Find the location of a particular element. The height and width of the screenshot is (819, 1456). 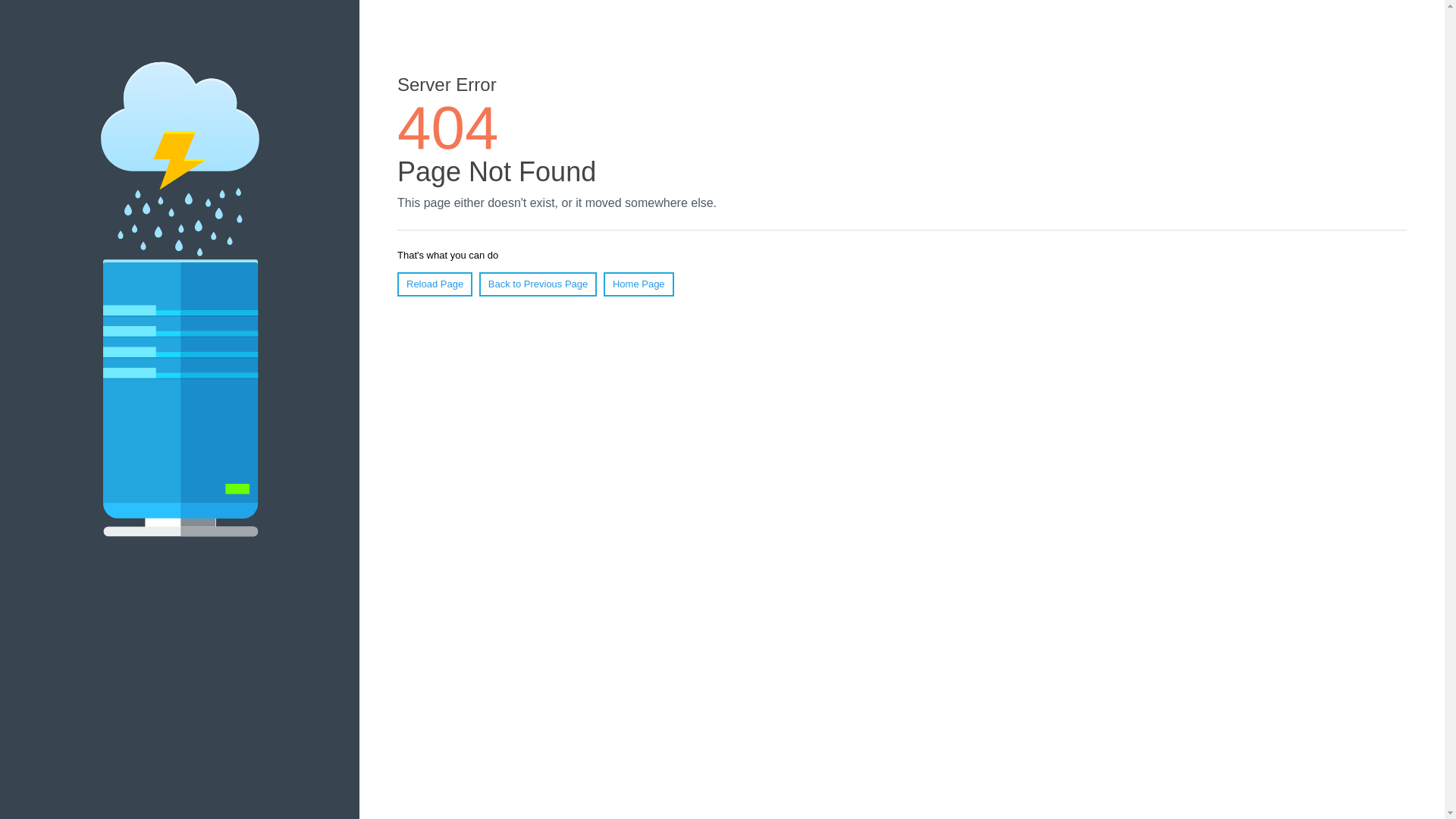

'Back to Previous Page' is located at coordinates (538, 284).